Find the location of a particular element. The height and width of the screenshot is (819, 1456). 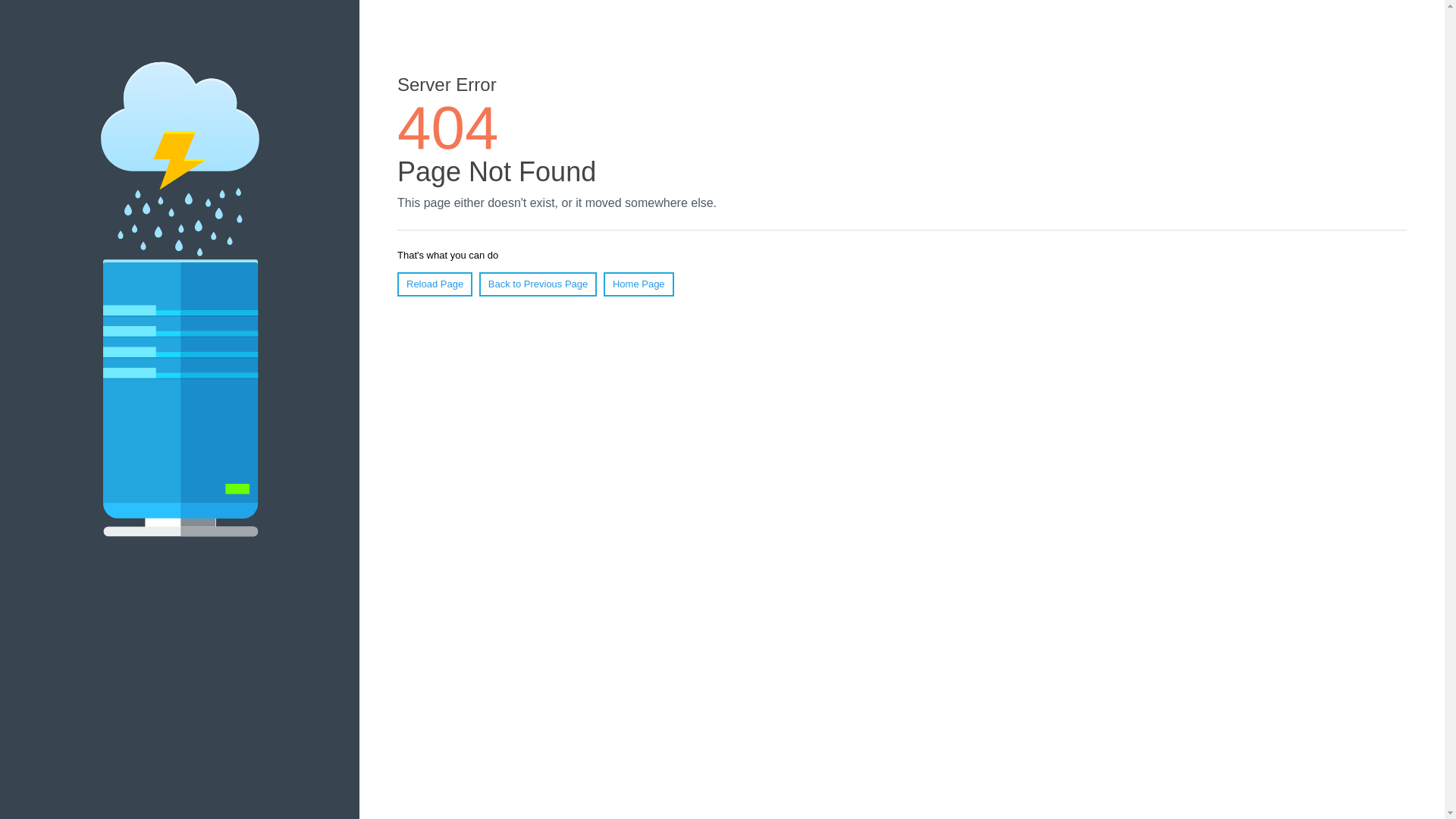

'Back to Previous Page' is located at coordinates (538, 284).